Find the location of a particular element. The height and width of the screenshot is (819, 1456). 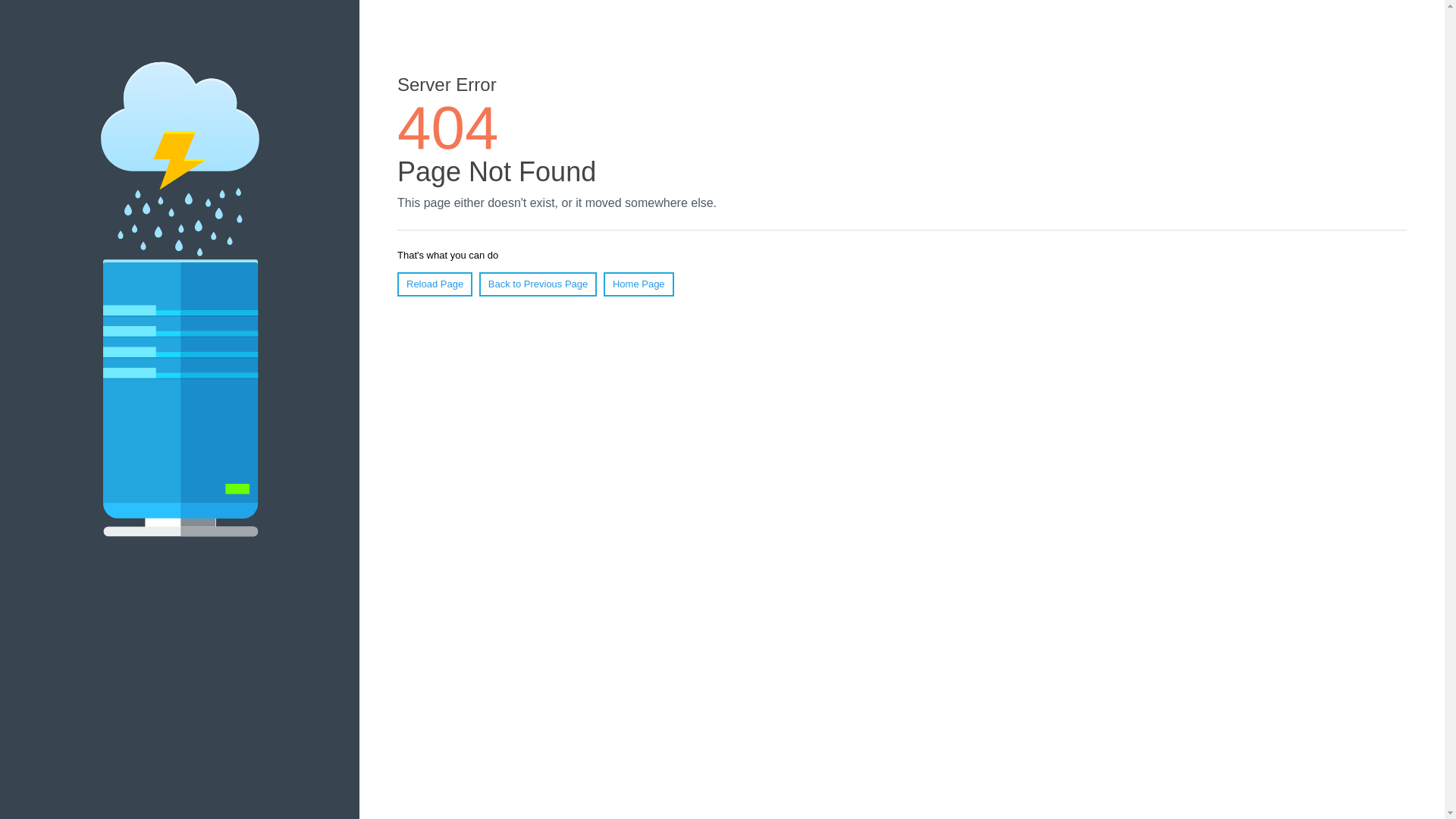

'Back to Previous Page' is located at coordinates (538, 284).